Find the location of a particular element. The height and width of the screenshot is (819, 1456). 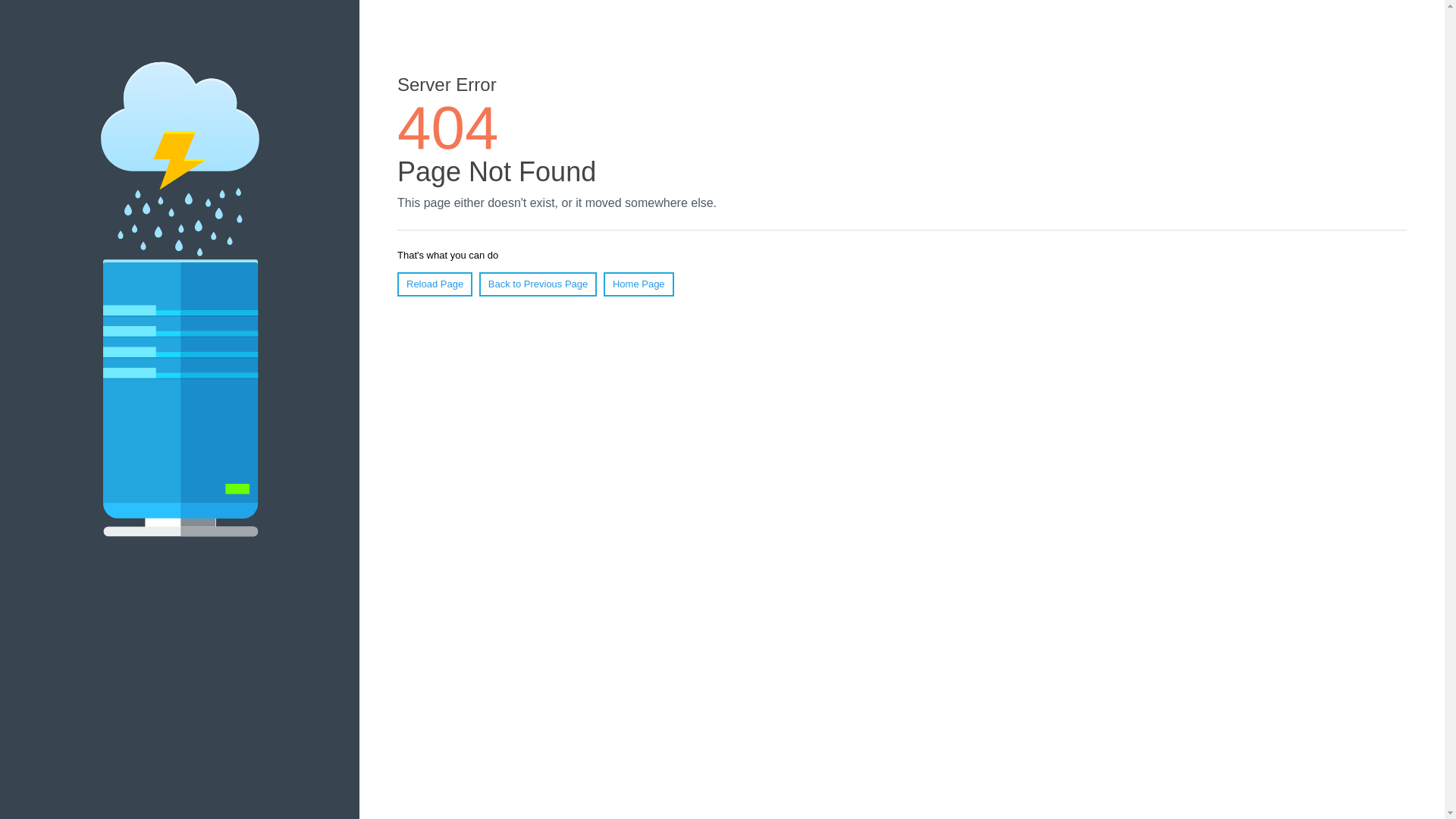

'Back to Previous Page' is located at coordinates (538, 284).